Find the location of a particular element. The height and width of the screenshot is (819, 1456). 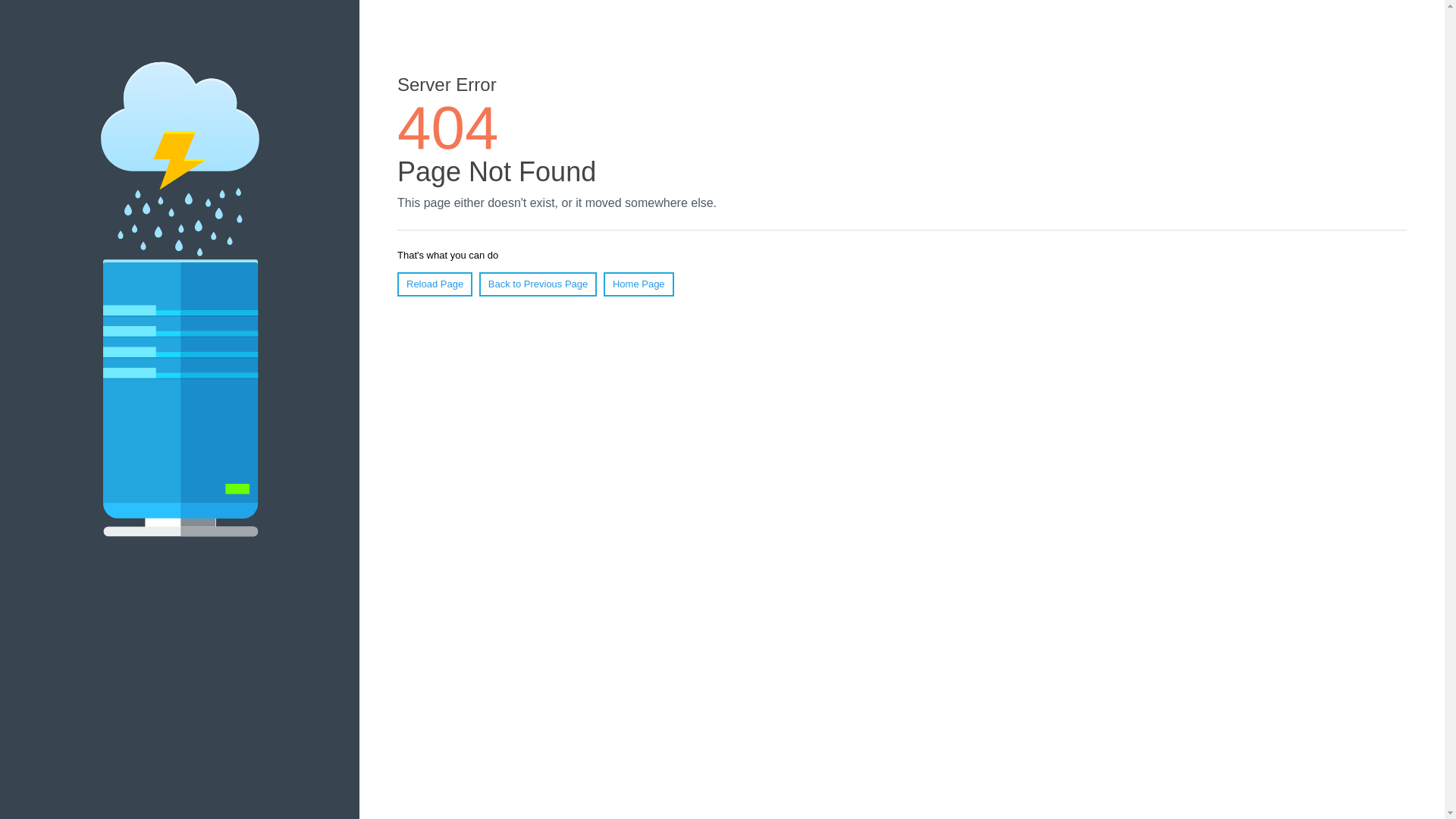

'Back to Previous Page' is located at coordinates (538, 284).